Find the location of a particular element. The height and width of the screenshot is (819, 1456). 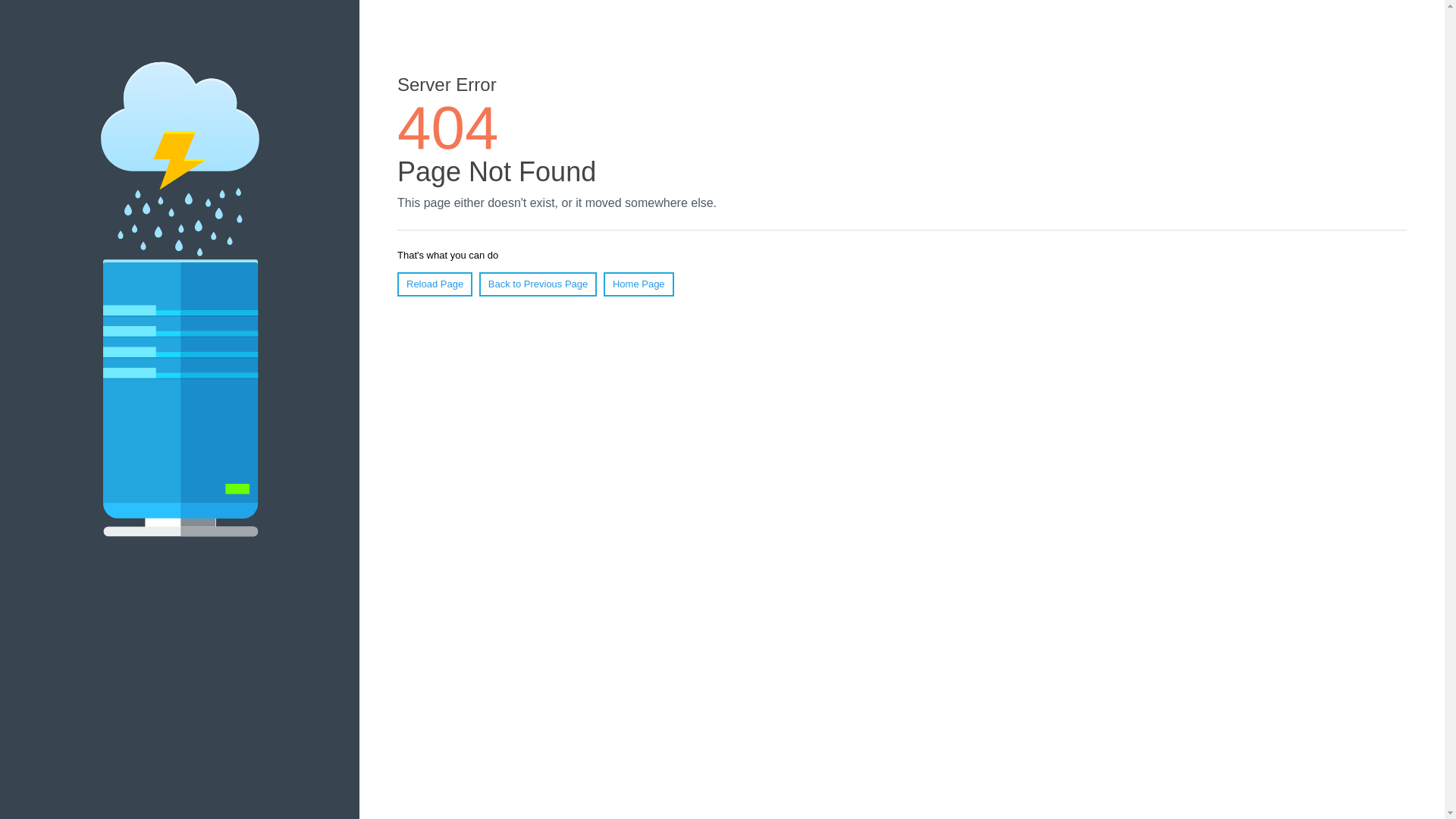

'Back to Previous Page' is located at coordinates (538, 284).